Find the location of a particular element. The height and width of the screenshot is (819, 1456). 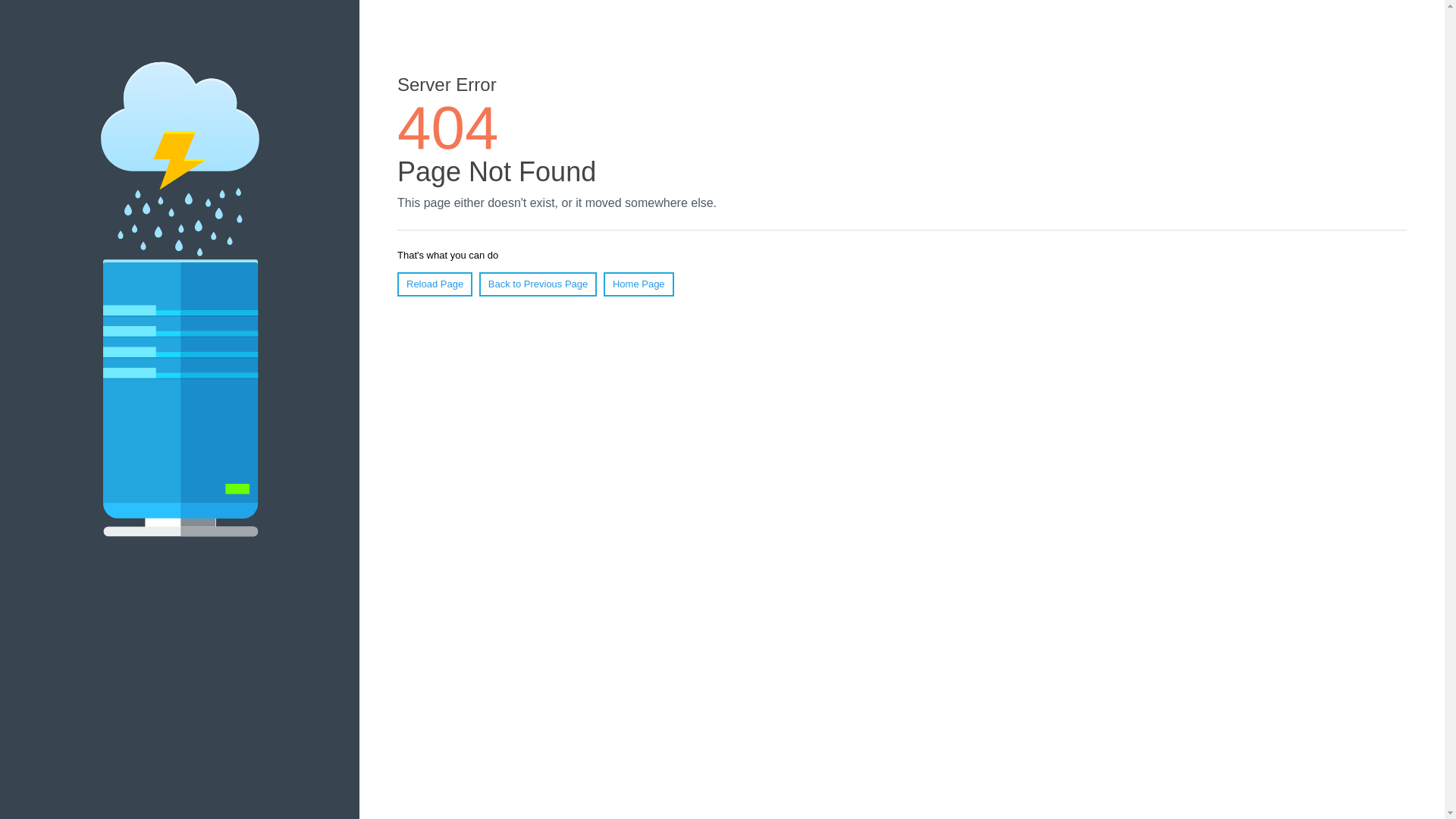

'Back to Previous Page' is located at coordinates (538, 284).